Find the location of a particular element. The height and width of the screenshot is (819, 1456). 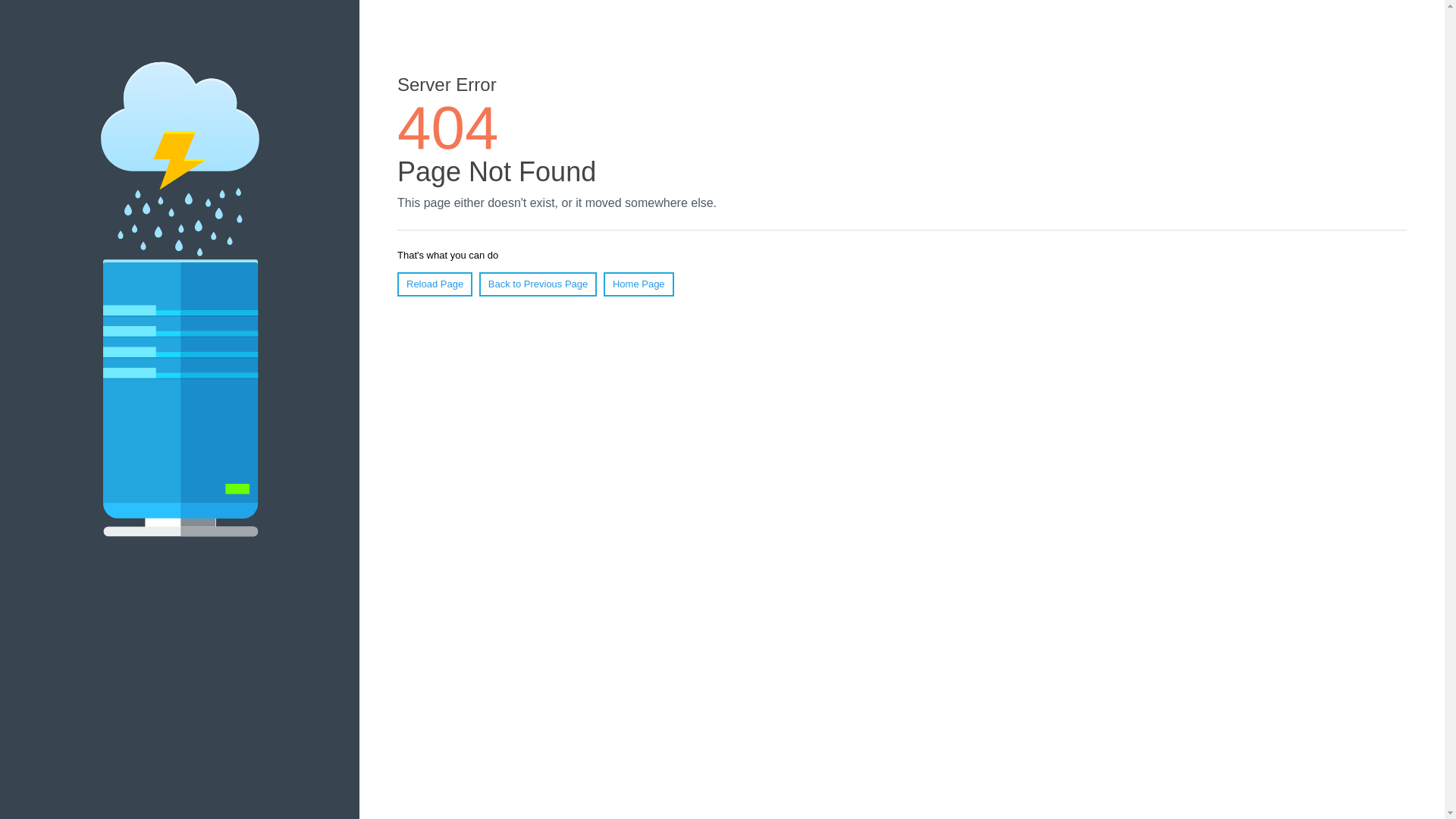

'Back to Previous Page' is located at coordinates (538, 284).